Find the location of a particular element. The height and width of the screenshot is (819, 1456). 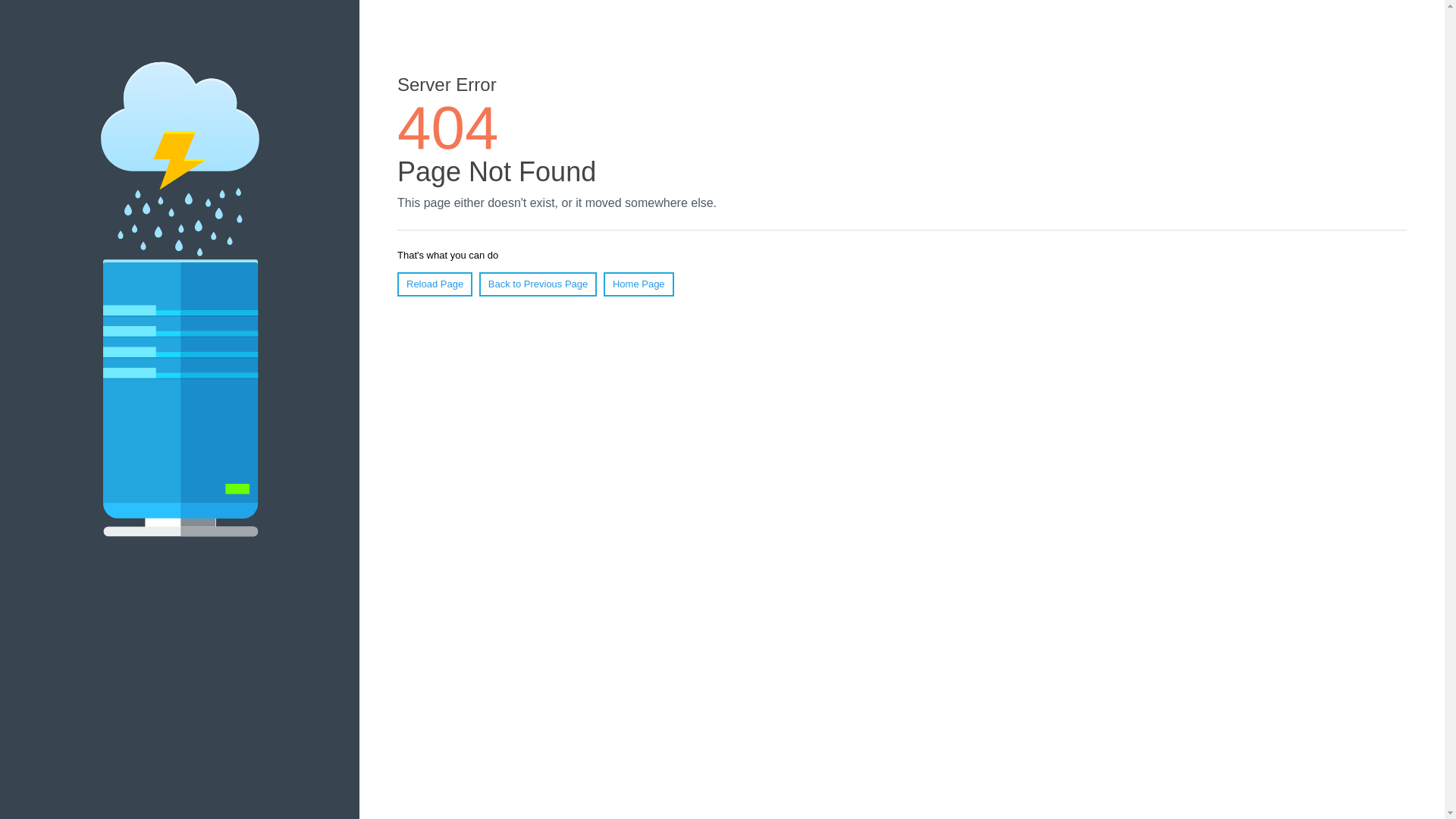

'Back to Previous Page' is located at coordinates (538, 284).